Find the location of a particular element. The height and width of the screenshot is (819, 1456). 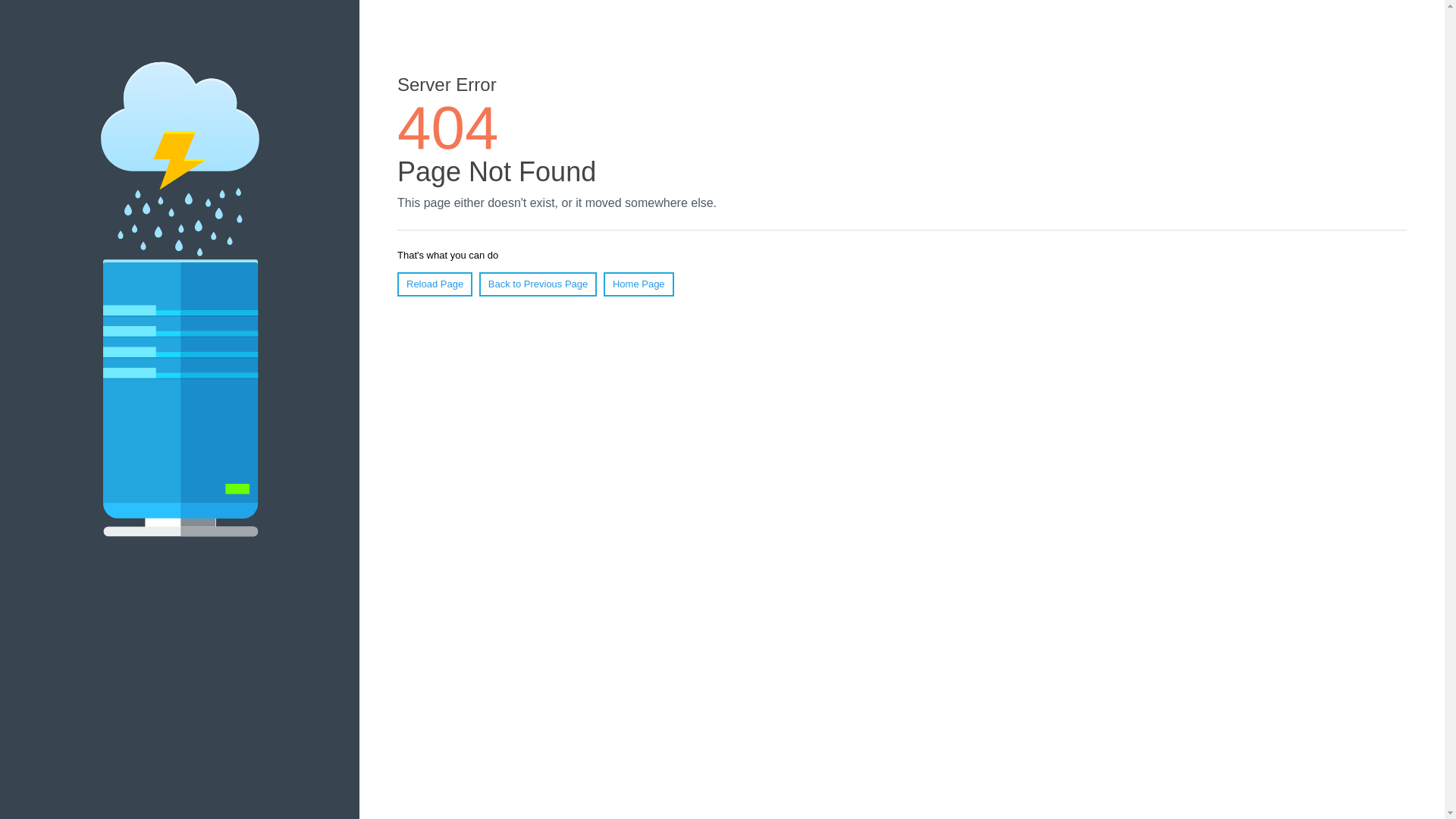

'Back to Previous Page' is located at coordinates (538, 284).